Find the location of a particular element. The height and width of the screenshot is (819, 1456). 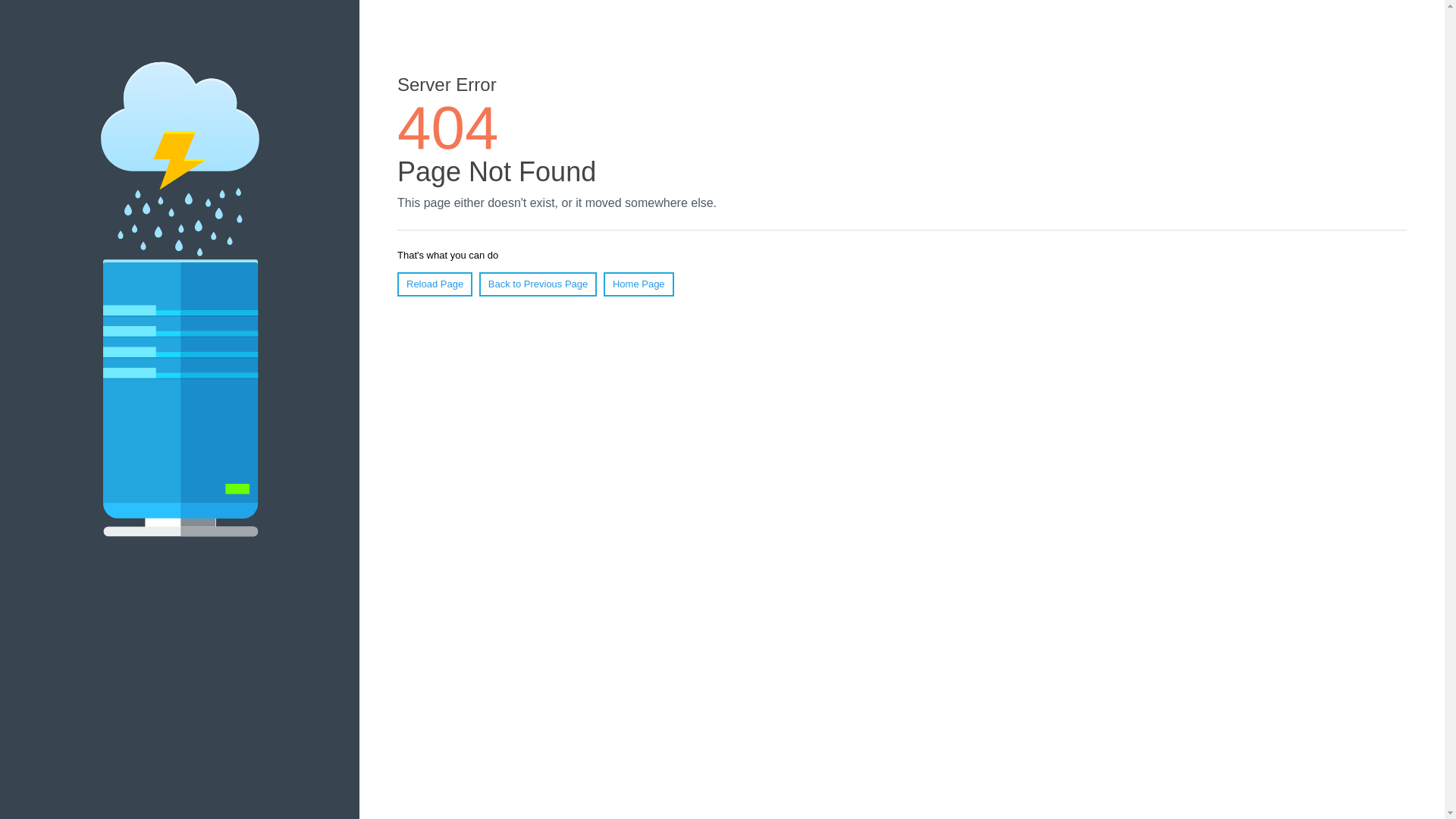

'Back to Previous Page' is located at coordinates (538, 284).